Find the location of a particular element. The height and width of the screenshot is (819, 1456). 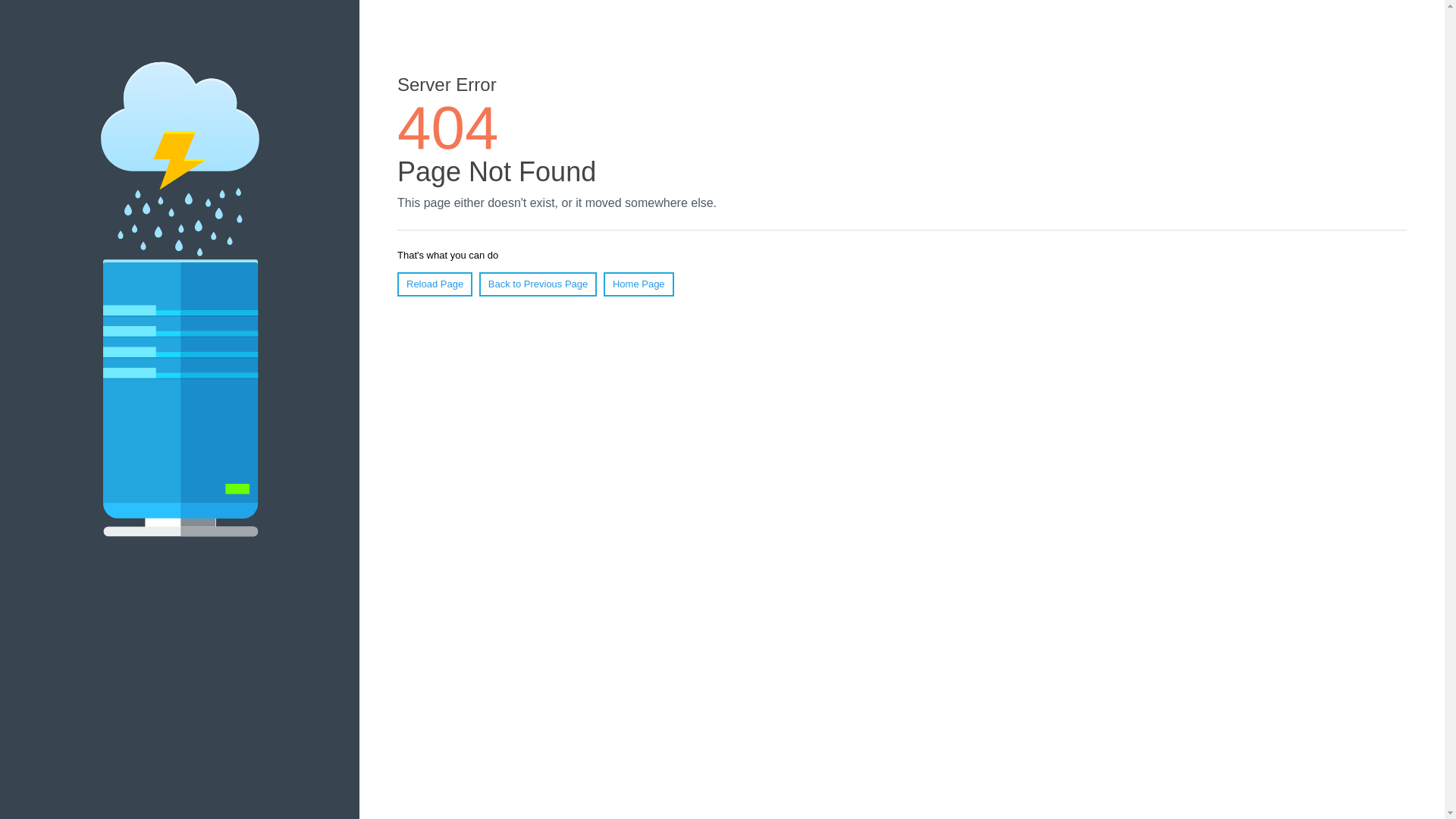

'Back to Previous Page' is located at coordinates (538, 284).